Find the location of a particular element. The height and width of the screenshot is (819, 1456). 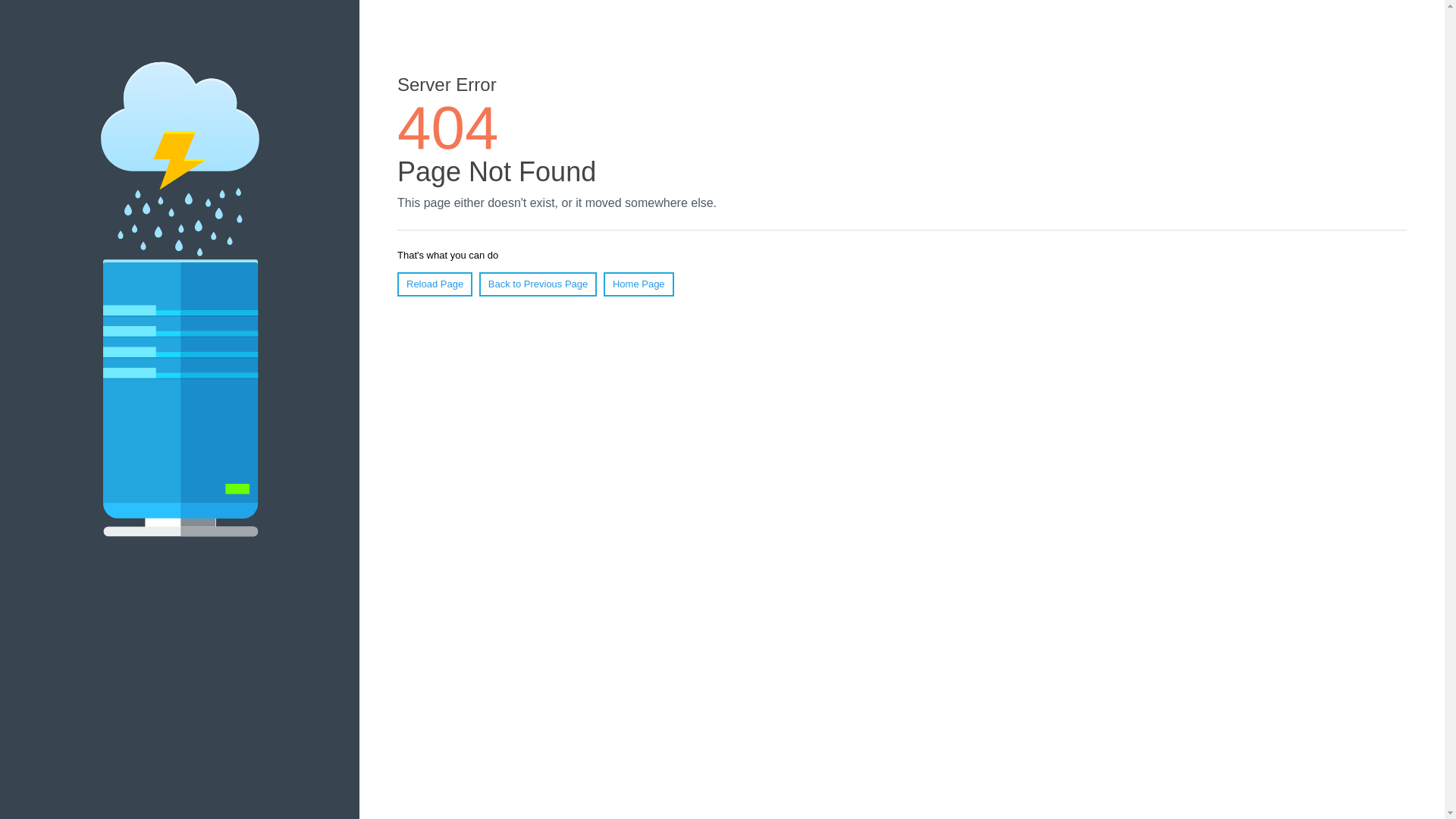

'Back to Previous Page' is located at coordinates (538, 284).